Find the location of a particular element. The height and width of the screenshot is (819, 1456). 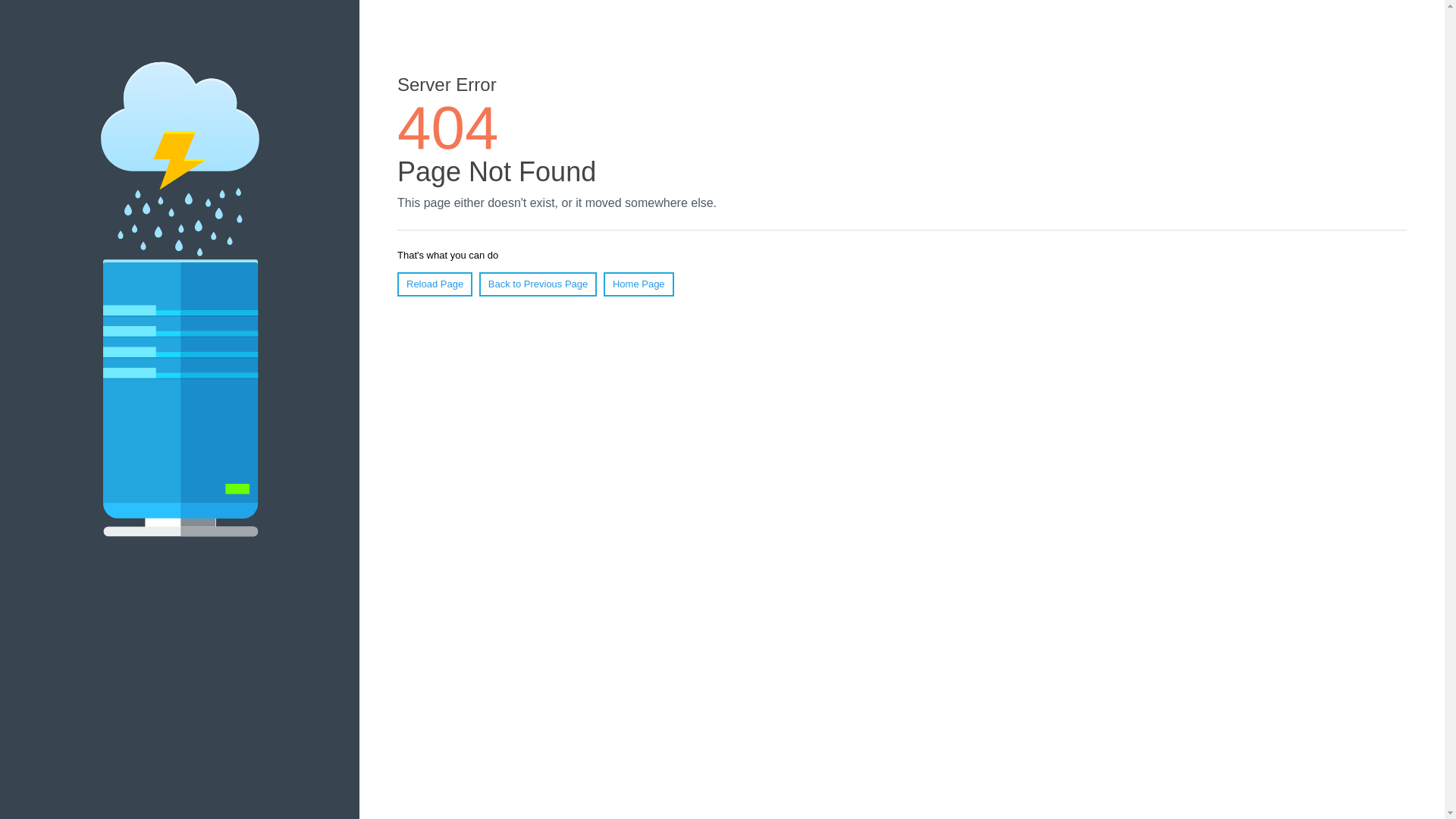

'Back to Previous Page' is located at coordinates (538, 284).